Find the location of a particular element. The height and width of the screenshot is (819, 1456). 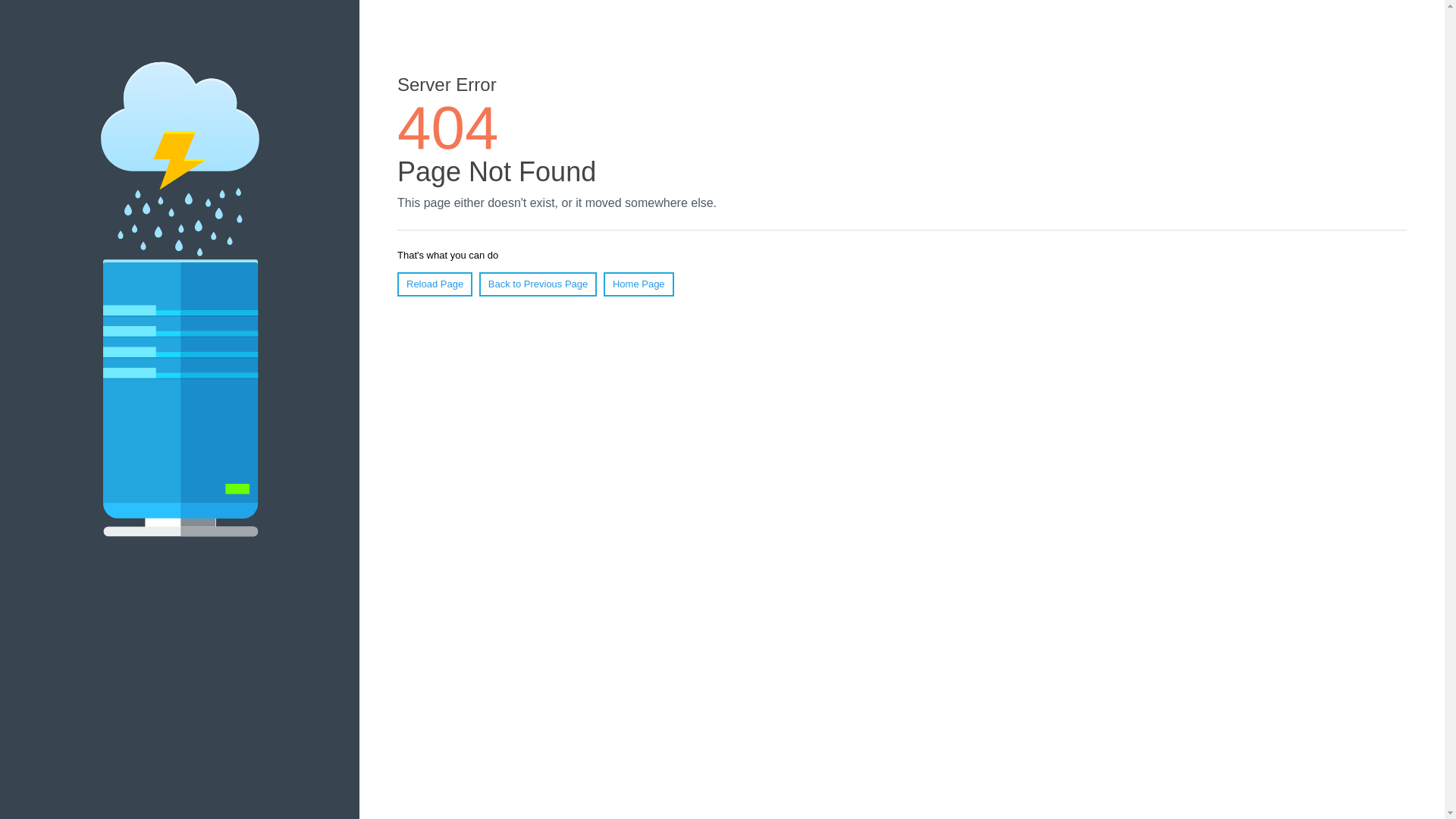

'Back to Previous Page' is located at coordinates (538, 284).